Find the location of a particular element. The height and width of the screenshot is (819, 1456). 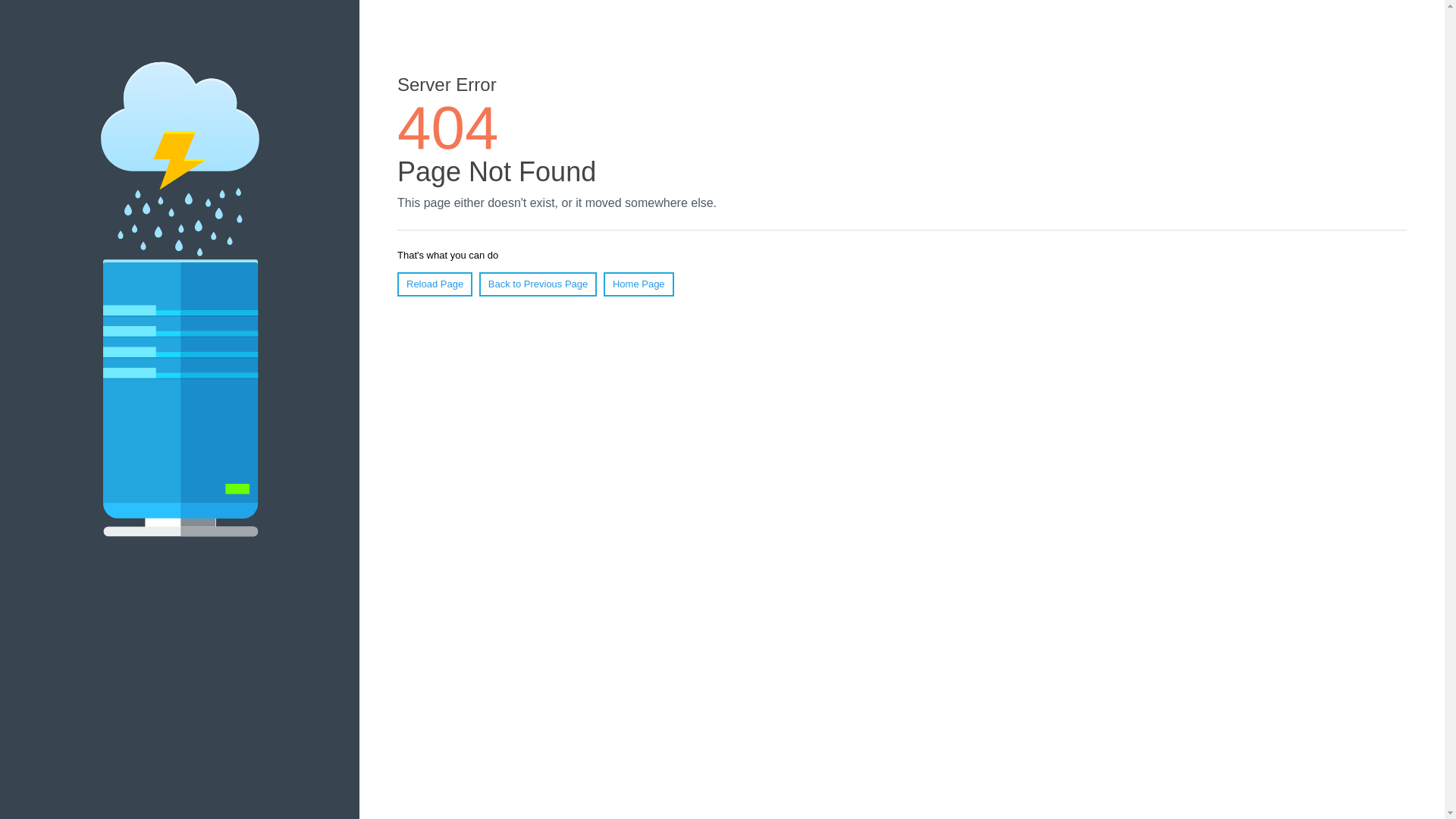

'Back to Previous Page' is located at coordinates (538, 284).